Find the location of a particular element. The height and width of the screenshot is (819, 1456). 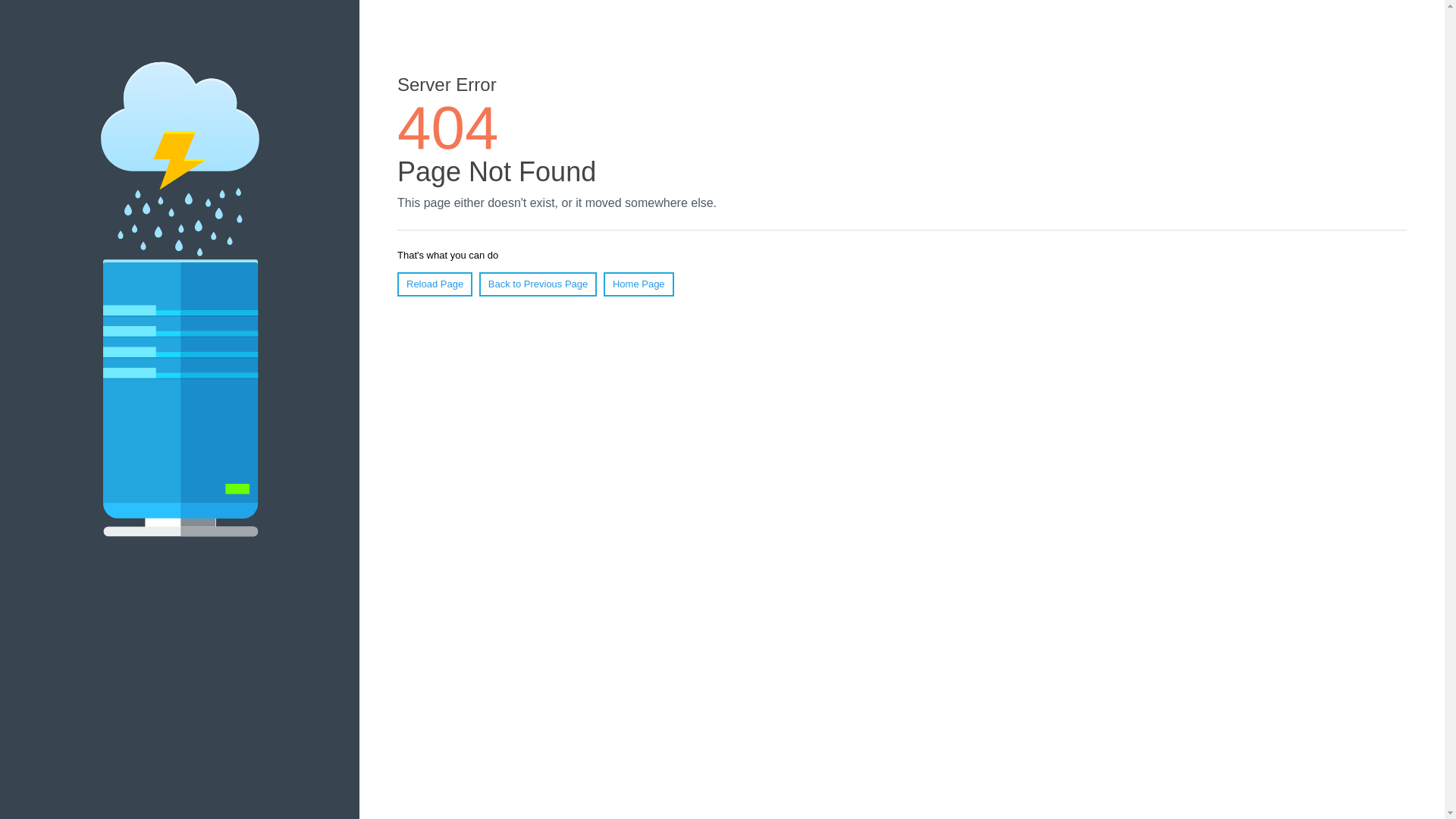

'Back to Previous Page' is located at coordinates (538, 284).